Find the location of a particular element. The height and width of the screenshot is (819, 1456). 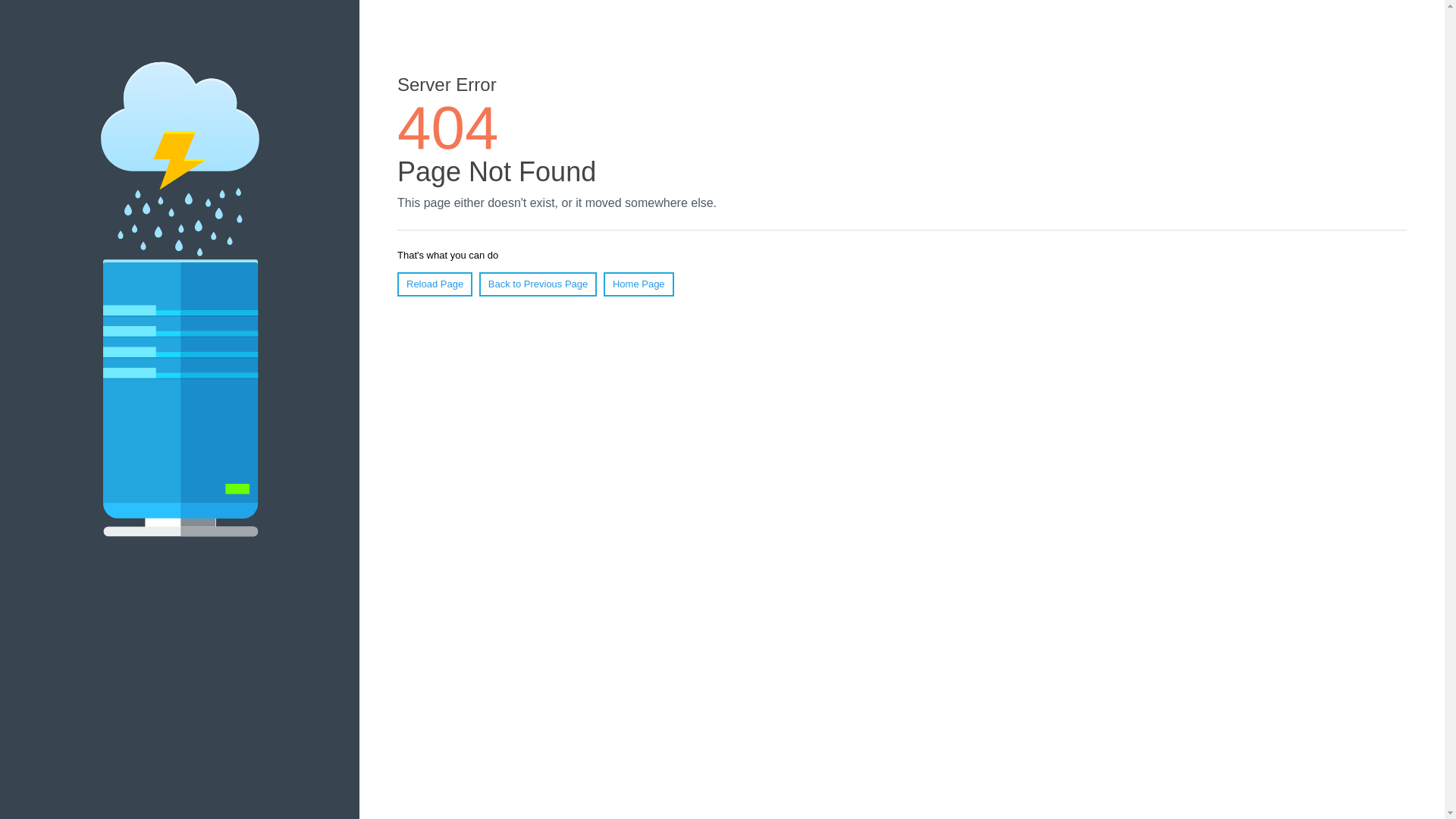

'Back to Previous Page' is located at coordinates (538, 284).